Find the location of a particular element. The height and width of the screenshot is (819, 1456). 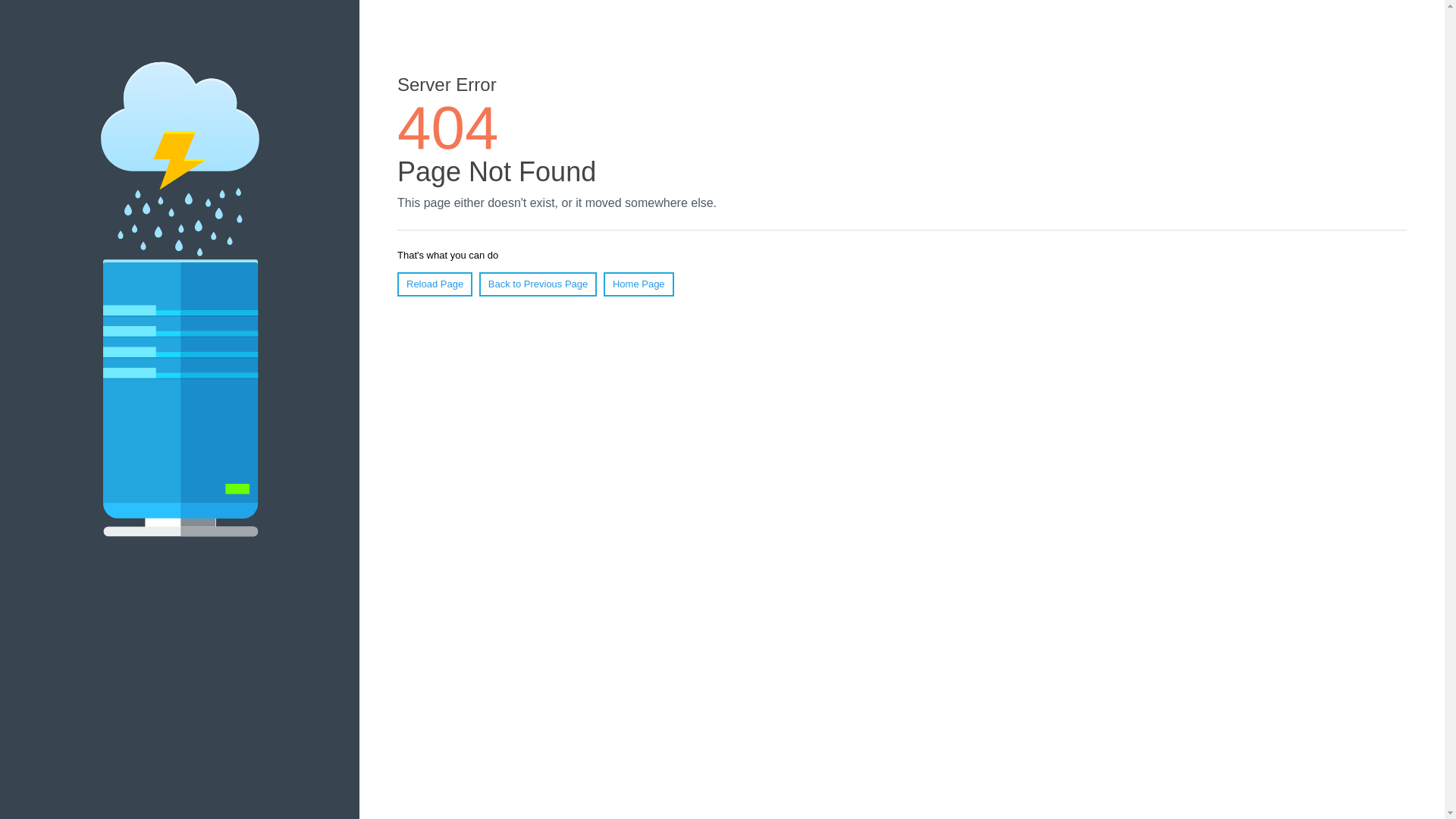

'Back to Previous Page' is located at coordinates (538, 284).